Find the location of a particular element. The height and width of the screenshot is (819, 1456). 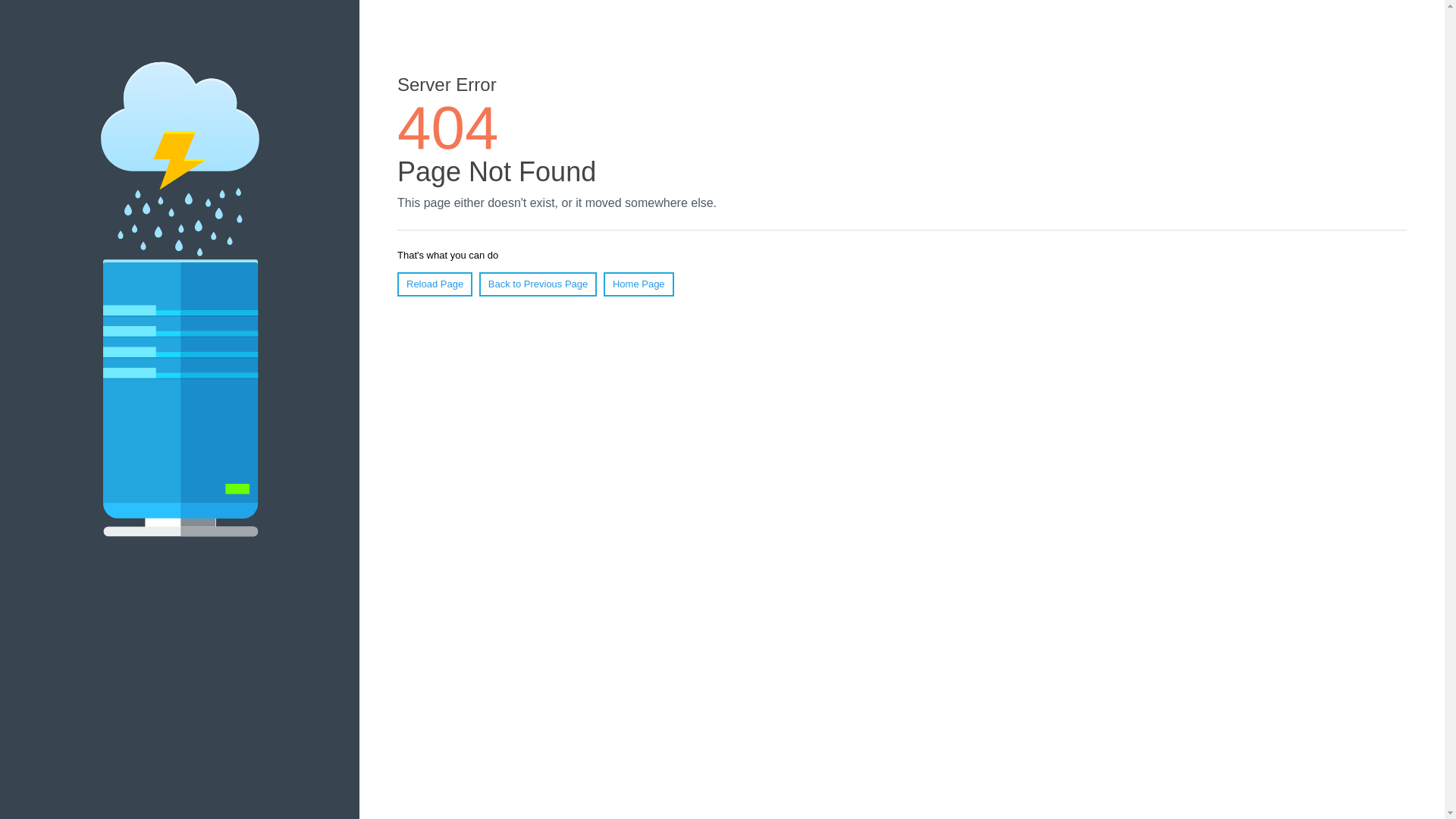

'Back to Previous Page' is located at coordinates (538, 284).